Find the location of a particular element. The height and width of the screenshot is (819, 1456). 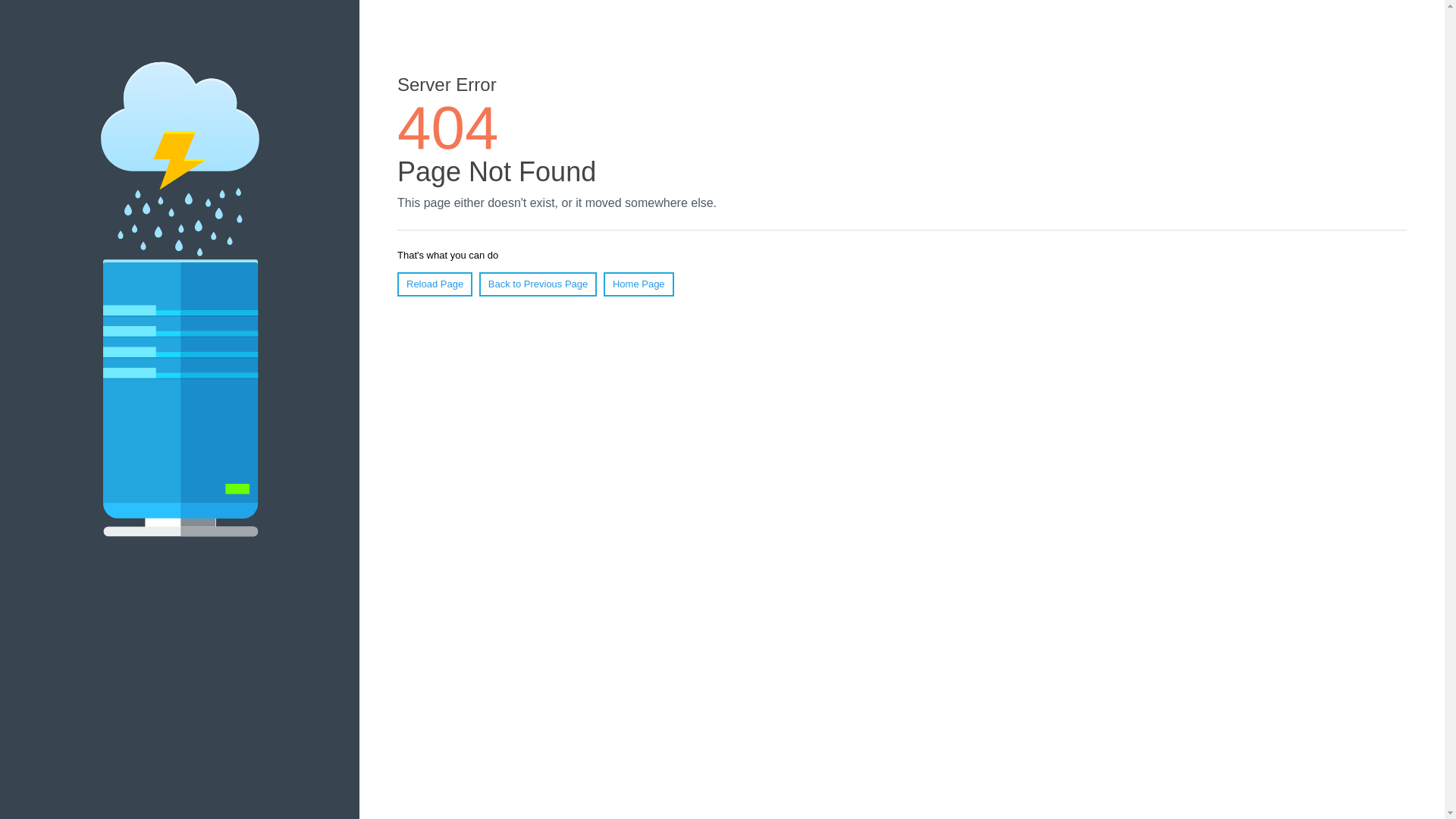

'Back to Previous Page' is located at coordinates (538, 284).